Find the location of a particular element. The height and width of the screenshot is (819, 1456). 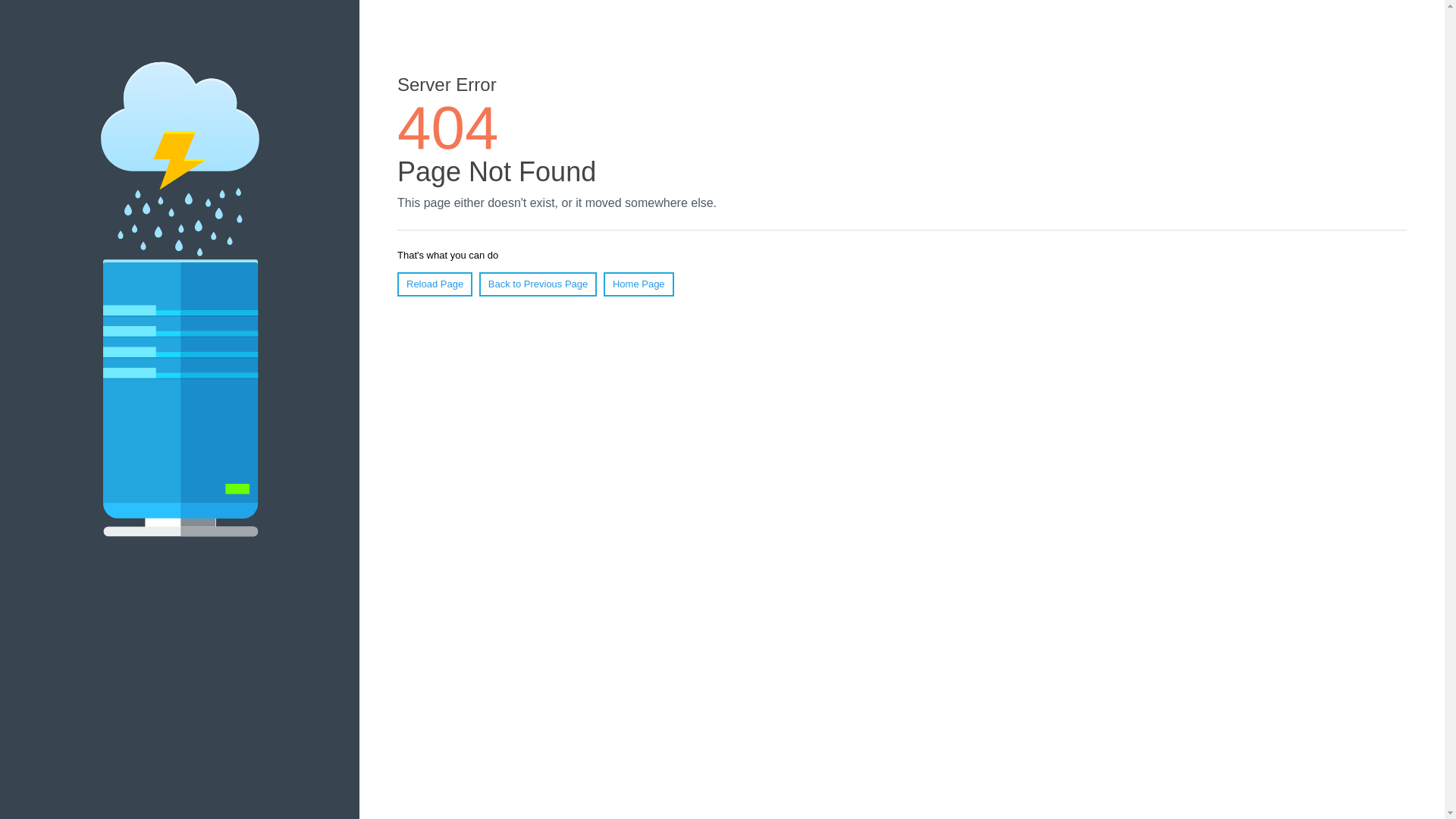

'Back to Previous Page' is located at coordinates (538, 284).